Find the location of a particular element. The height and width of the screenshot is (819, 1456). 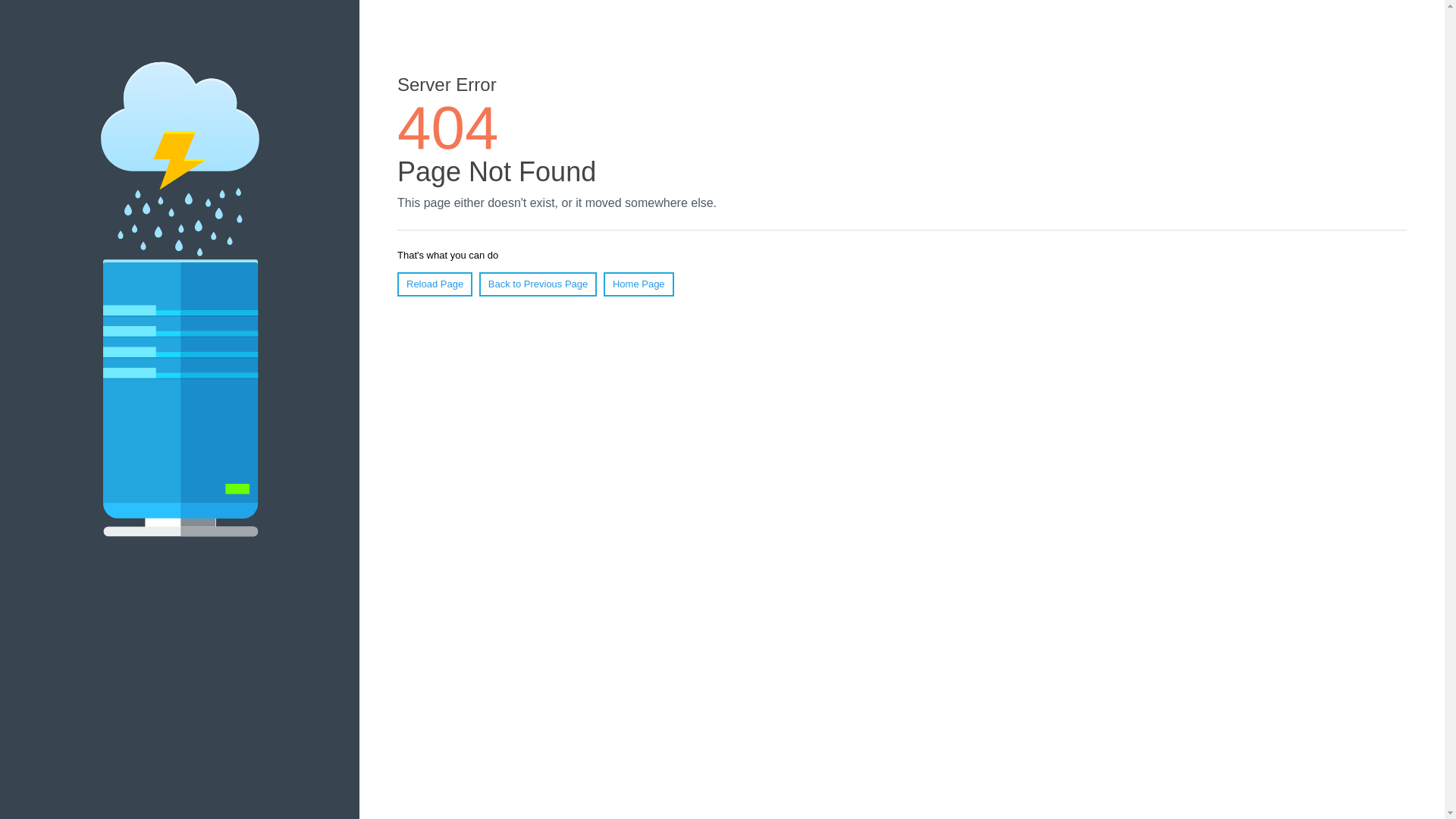

'Back to Previous Page' is located at coordinates (538, 284).